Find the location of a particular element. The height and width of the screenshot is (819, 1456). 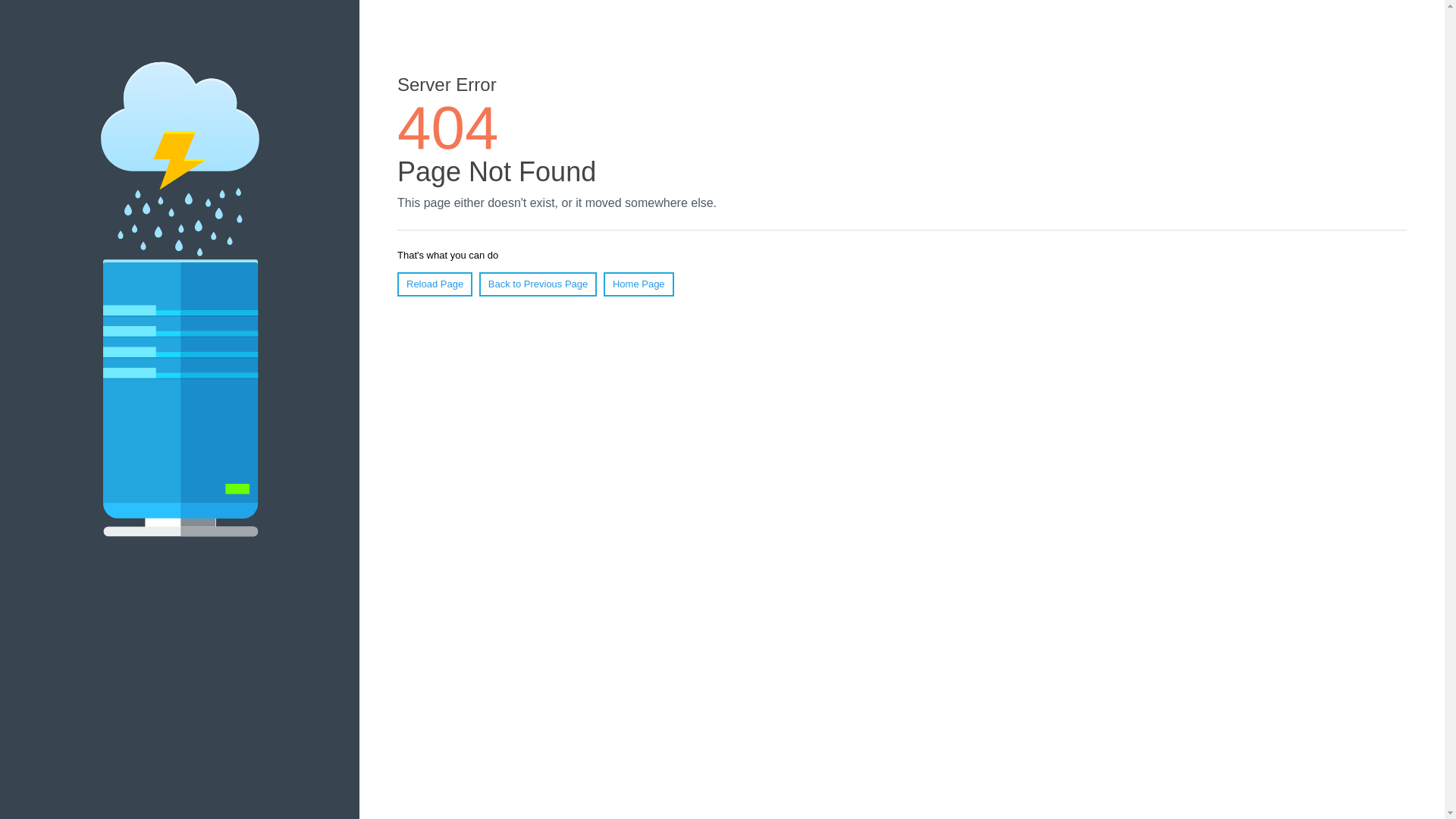

'Back to Previous Page' is located at coordinates (538, 284).